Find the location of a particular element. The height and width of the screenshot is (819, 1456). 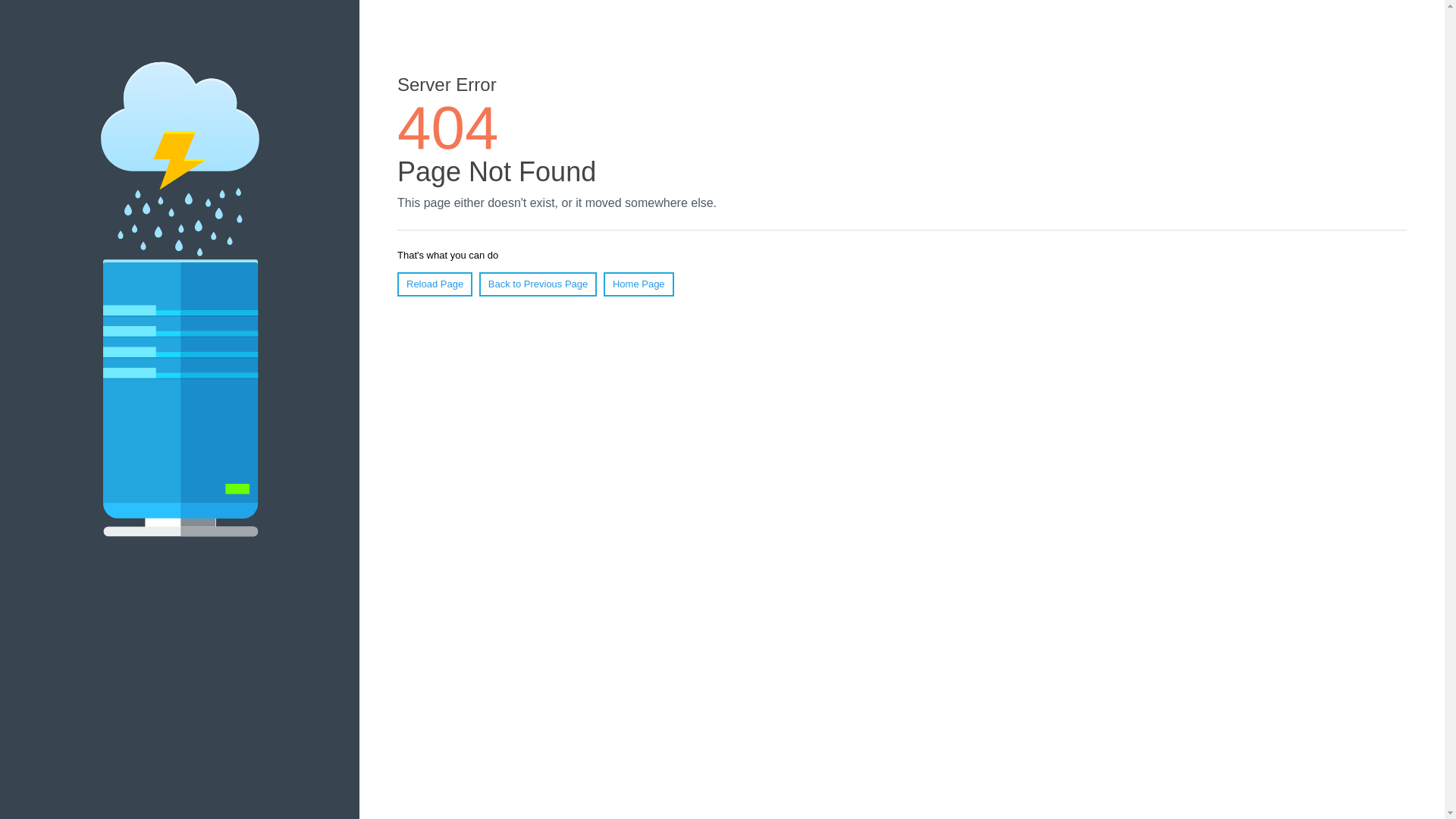

'Back to Previous Page' is located at coordinates (538, 284).